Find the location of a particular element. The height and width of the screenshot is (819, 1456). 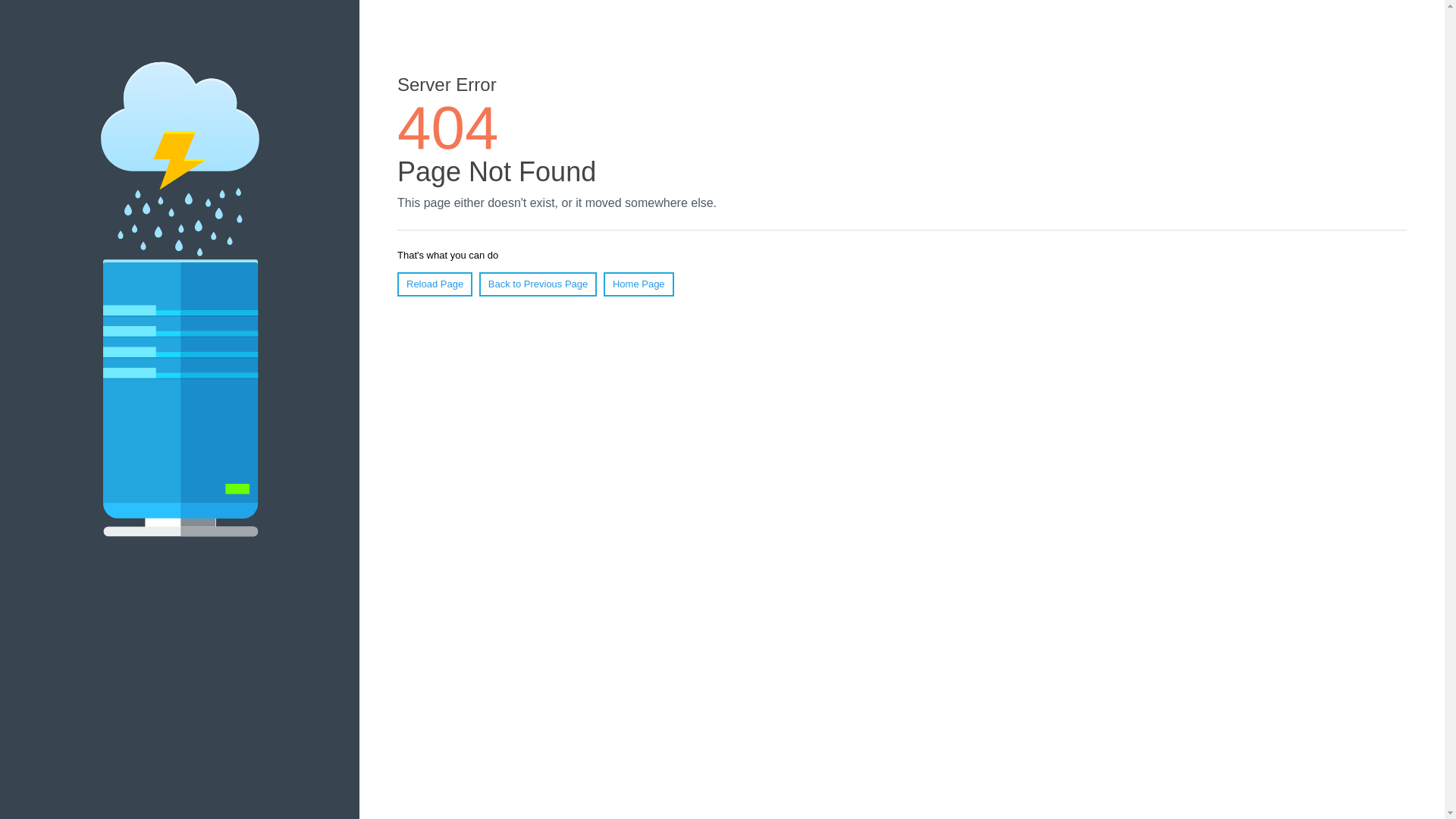

'Back to Previous Page' is located at coordinates (538, 284).